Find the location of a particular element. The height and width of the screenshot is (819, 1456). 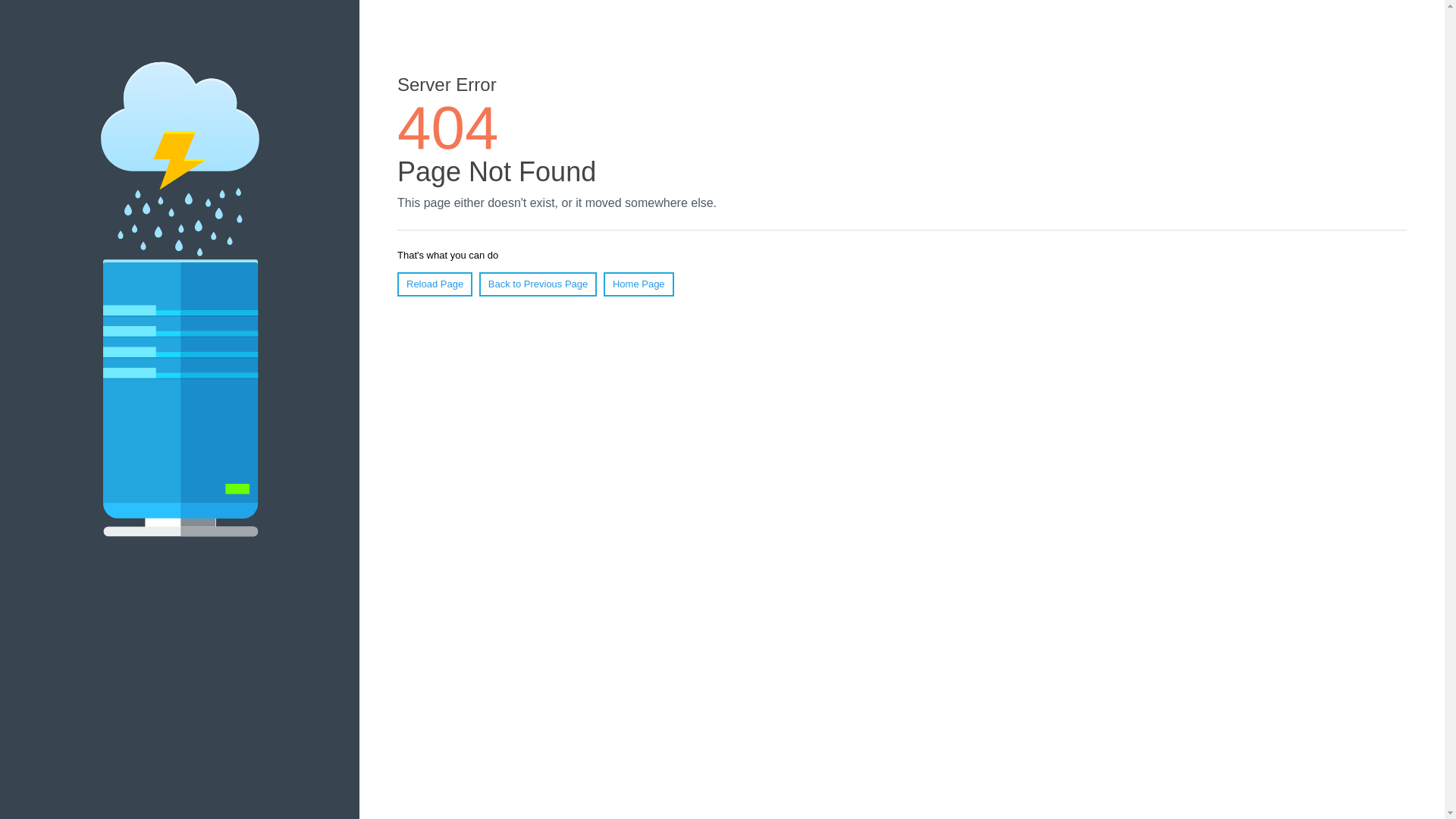

'Back to Previous Page' is located at coordinates (538, 284).